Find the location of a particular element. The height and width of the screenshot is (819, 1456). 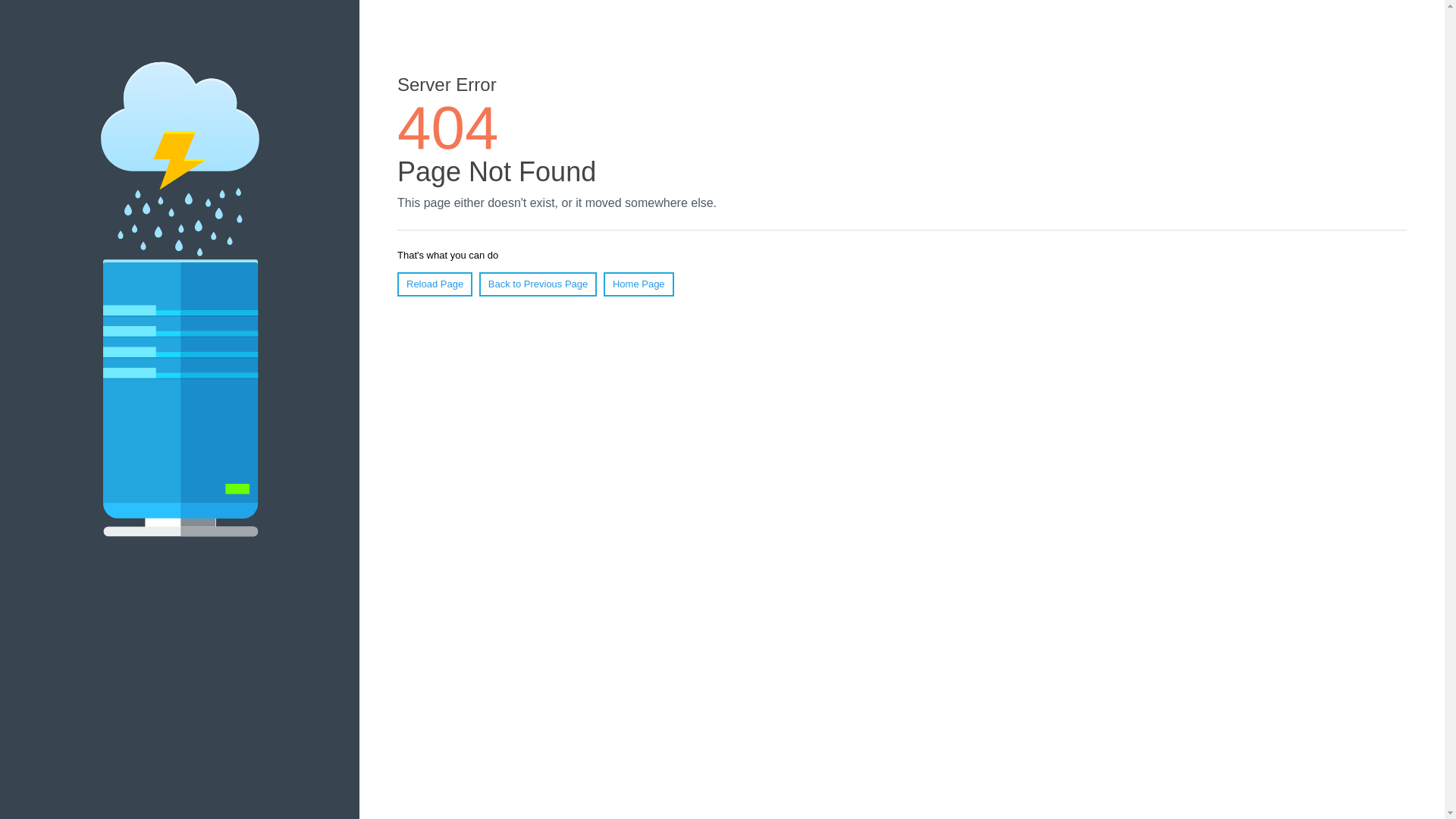

'Back to Previous Page' is located at coordinates (538, 284).